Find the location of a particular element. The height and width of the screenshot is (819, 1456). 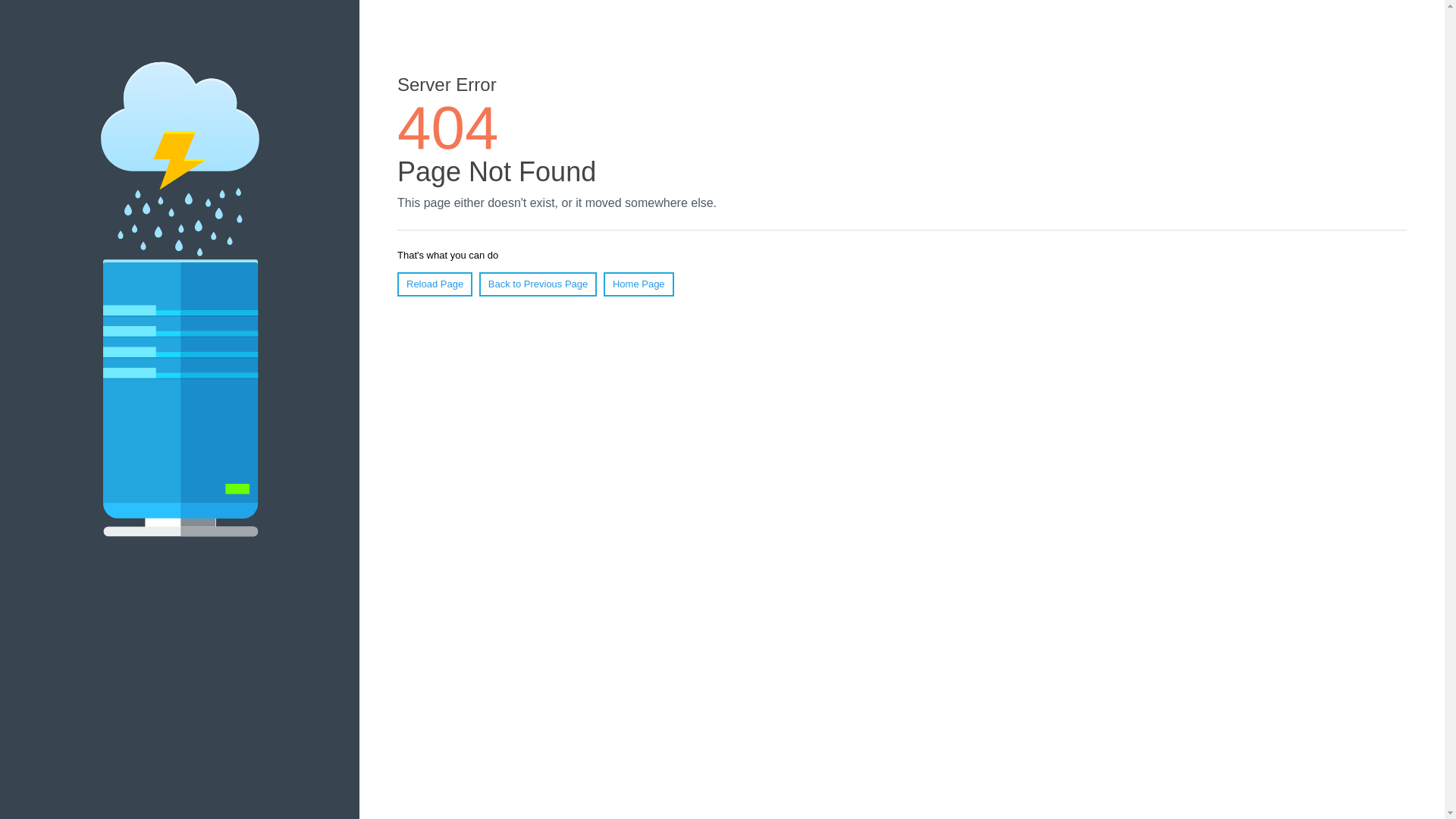

'Back to Previous Page' is located at coordinates (538, 284).